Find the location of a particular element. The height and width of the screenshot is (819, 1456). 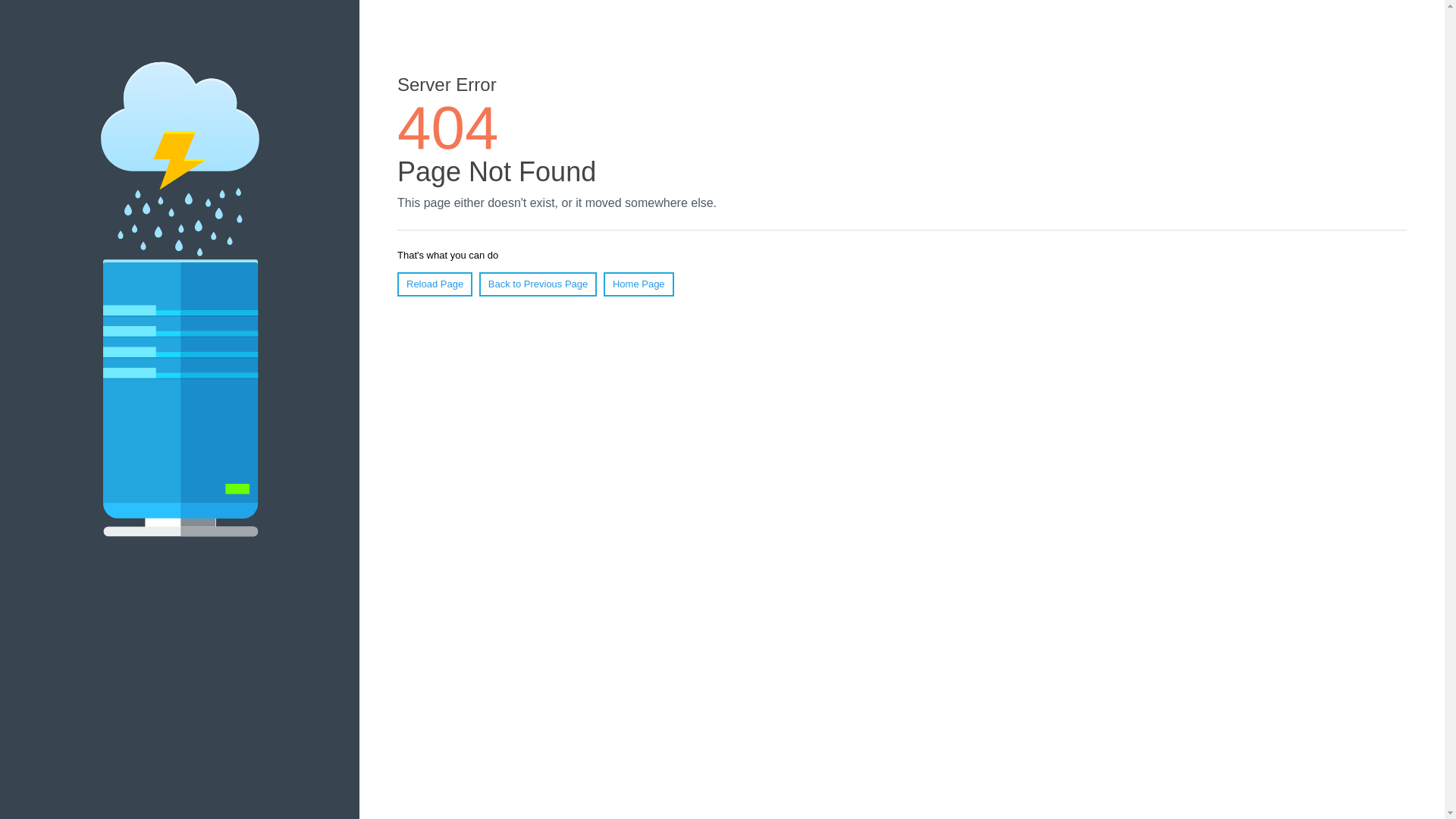

'Back to Previous Page' is located at coordinates (538, 284).